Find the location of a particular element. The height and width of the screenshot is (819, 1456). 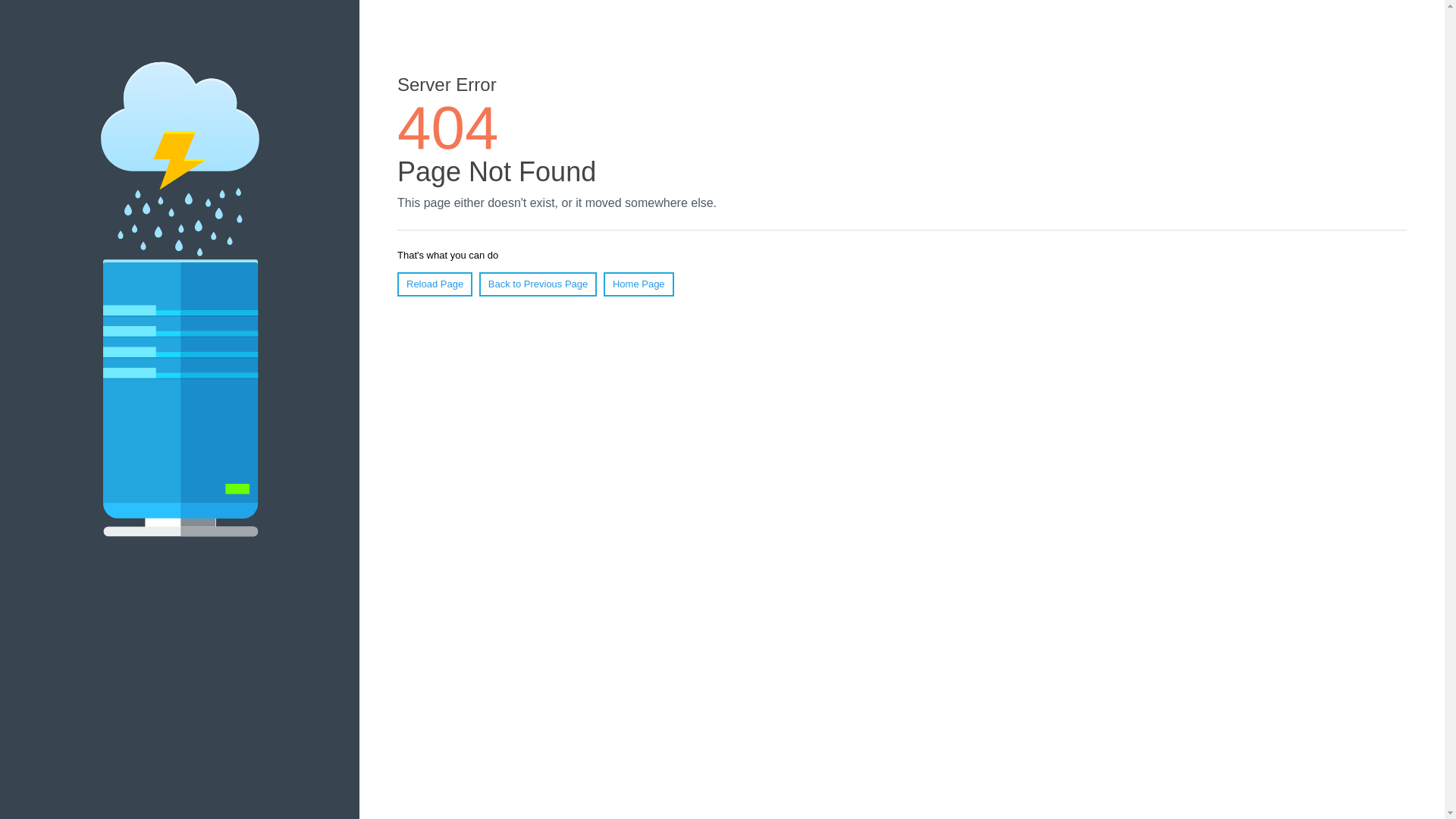

'Back to Previous Page' is located at coordinates (538, 284).